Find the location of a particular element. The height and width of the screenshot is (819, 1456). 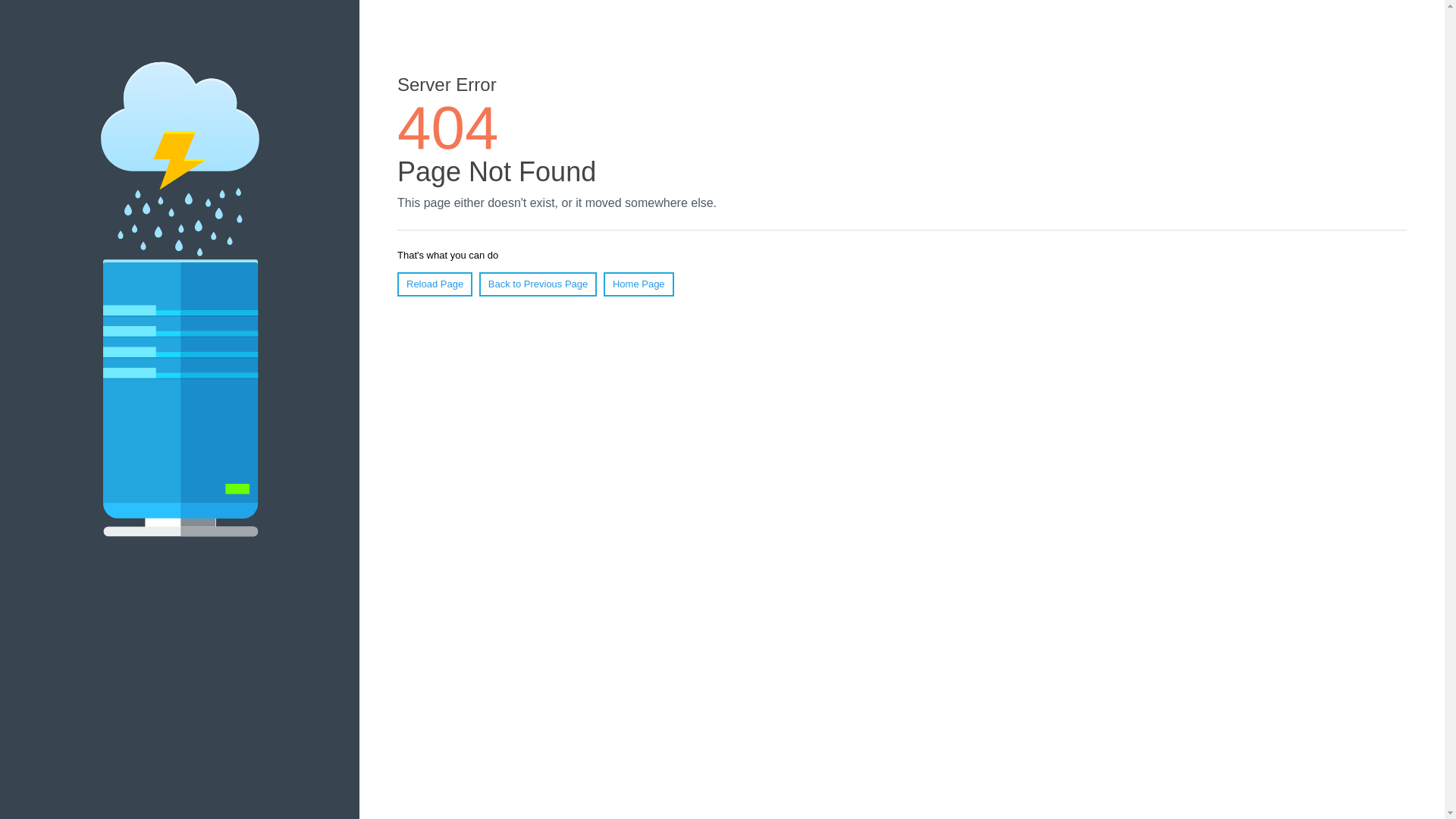

'Back to Previous Page' is located at coordinates (538, 284).